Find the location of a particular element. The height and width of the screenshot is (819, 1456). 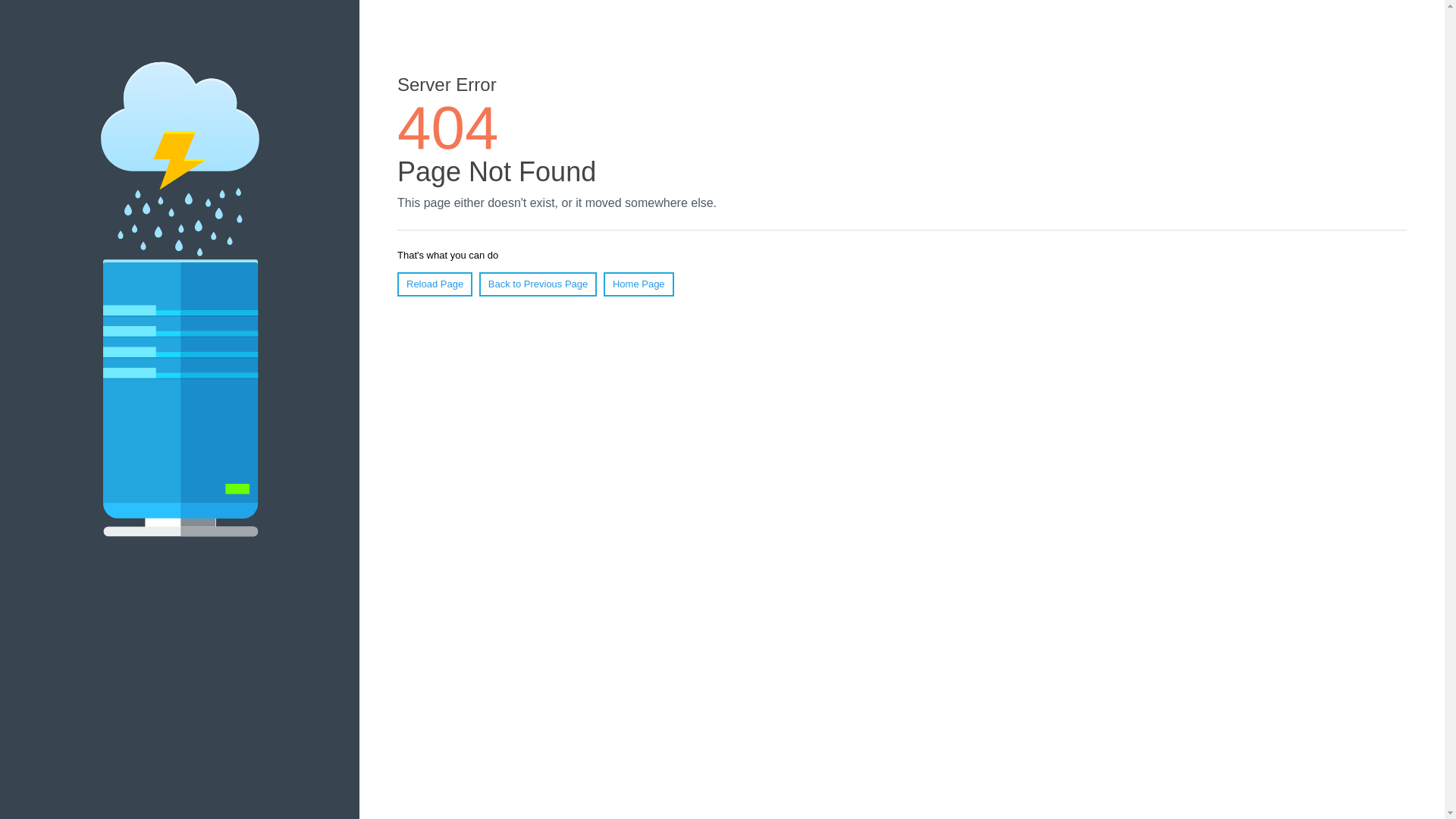

'Back to Previous Page' is located at coordinates (538, 284).